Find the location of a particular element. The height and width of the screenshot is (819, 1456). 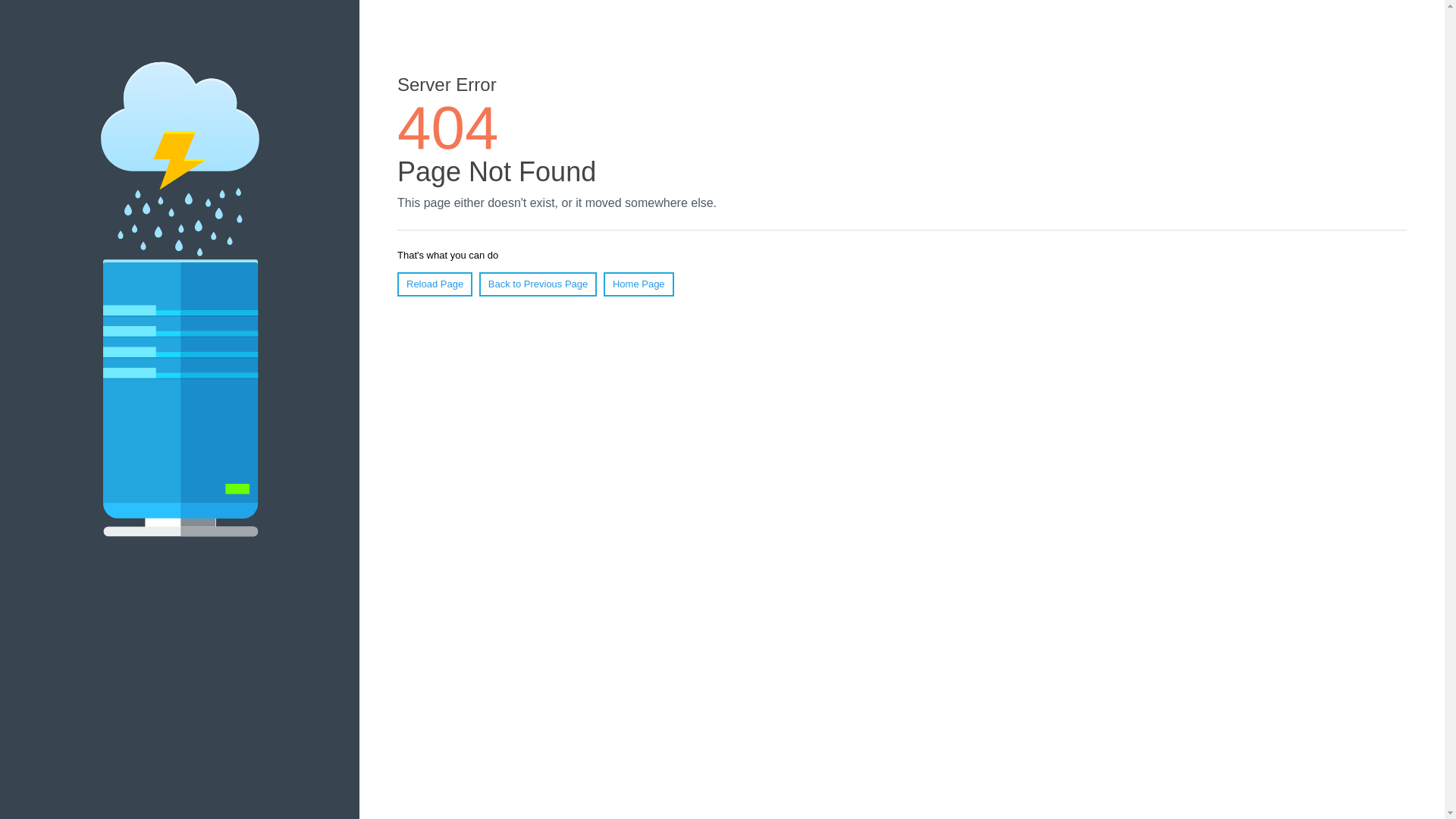

'Back to Previous Page' is located at coordinates (538, 284).